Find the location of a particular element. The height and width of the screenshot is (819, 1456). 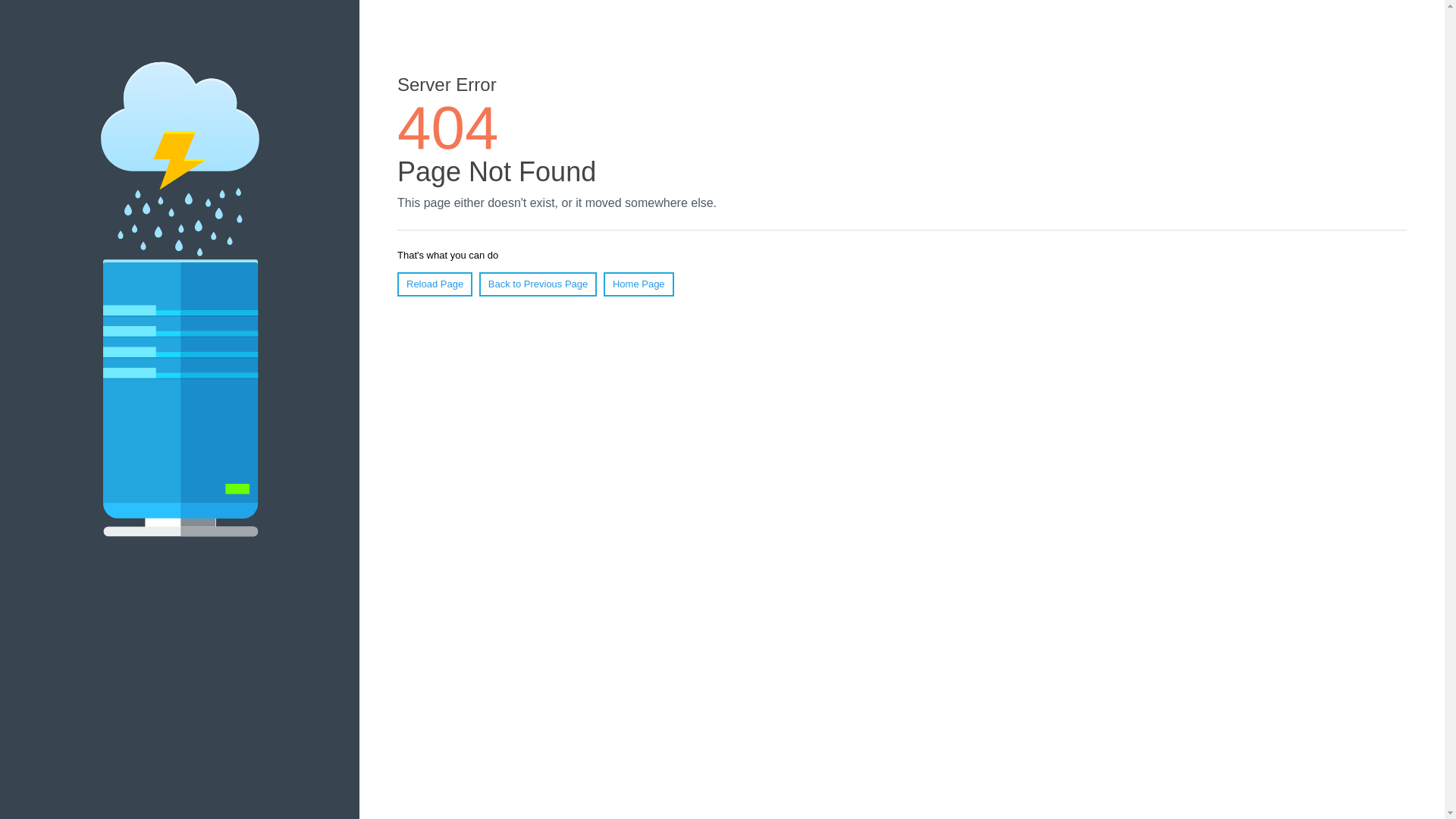

'Back to Previous Page' is located at coordinates (538, 284).